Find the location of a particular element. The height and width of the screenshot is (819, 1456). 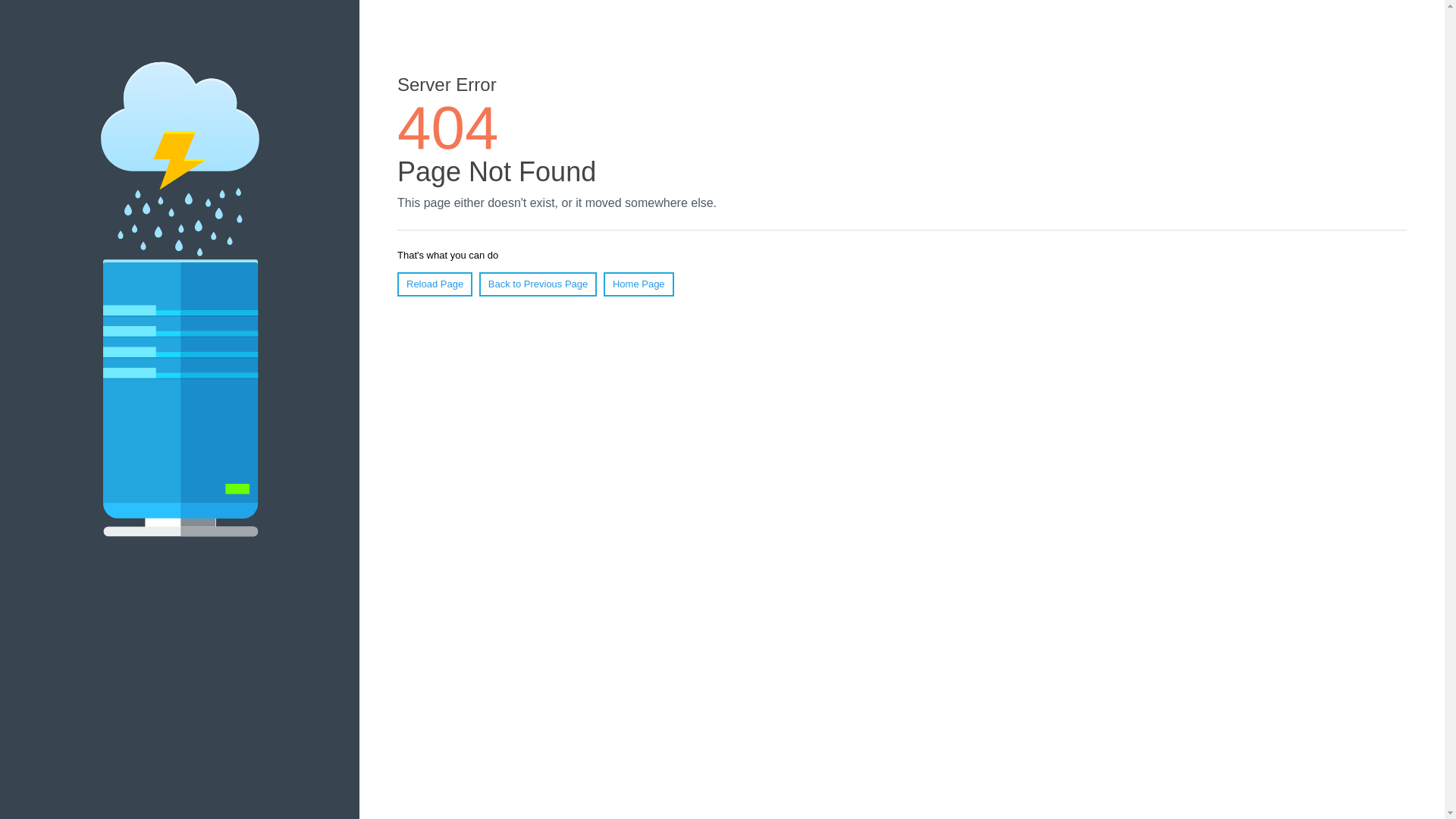

'Back to Previous Page' is located at coordinates (538, 284).